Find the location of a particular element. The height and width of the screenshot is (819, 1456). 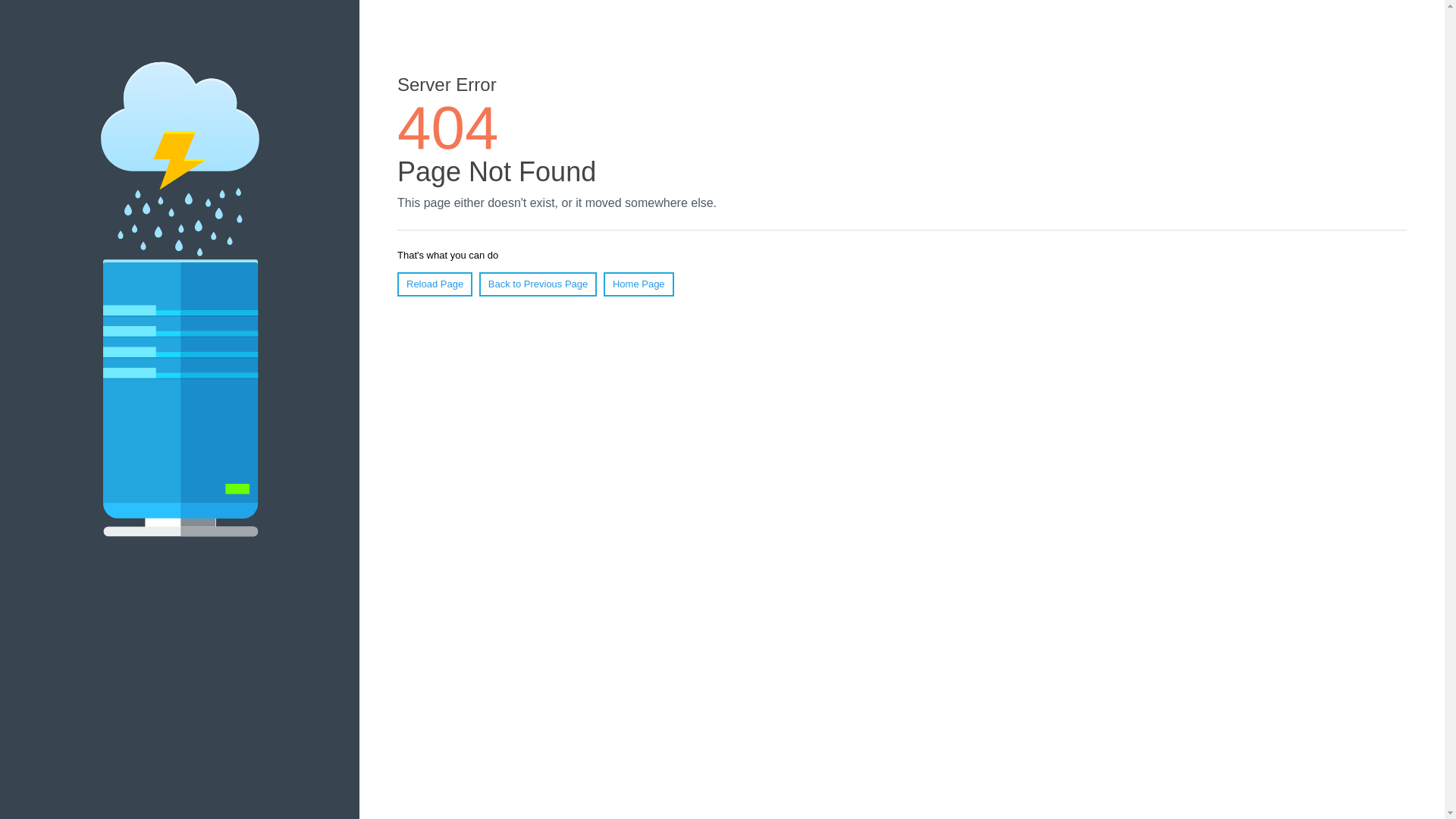

'Back to Previous Page' is located at coordinates (538, 284).